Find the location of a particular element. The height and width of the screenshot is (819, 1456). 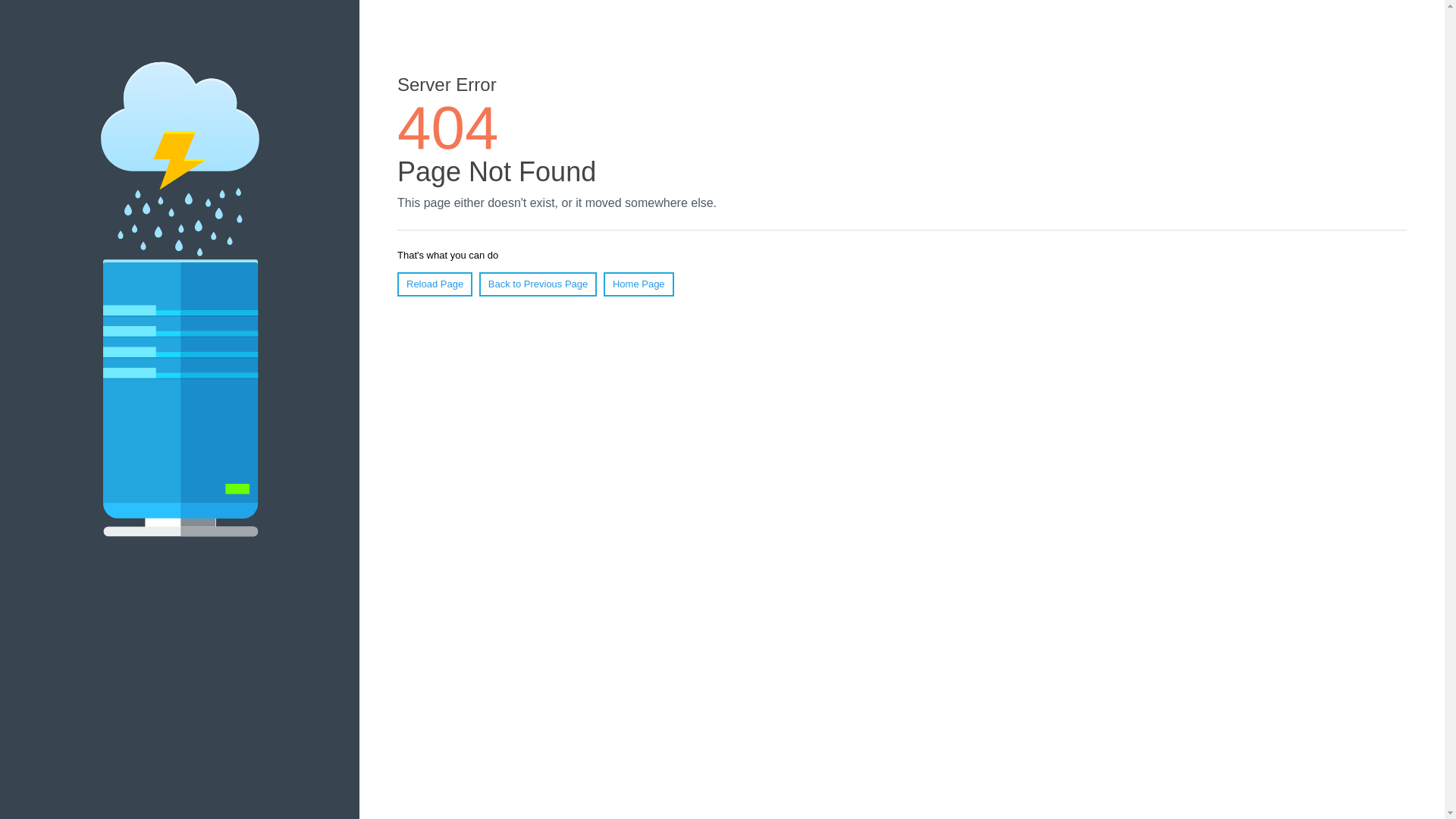

'Back to Previous Page' is located at coordinates (538, 284).